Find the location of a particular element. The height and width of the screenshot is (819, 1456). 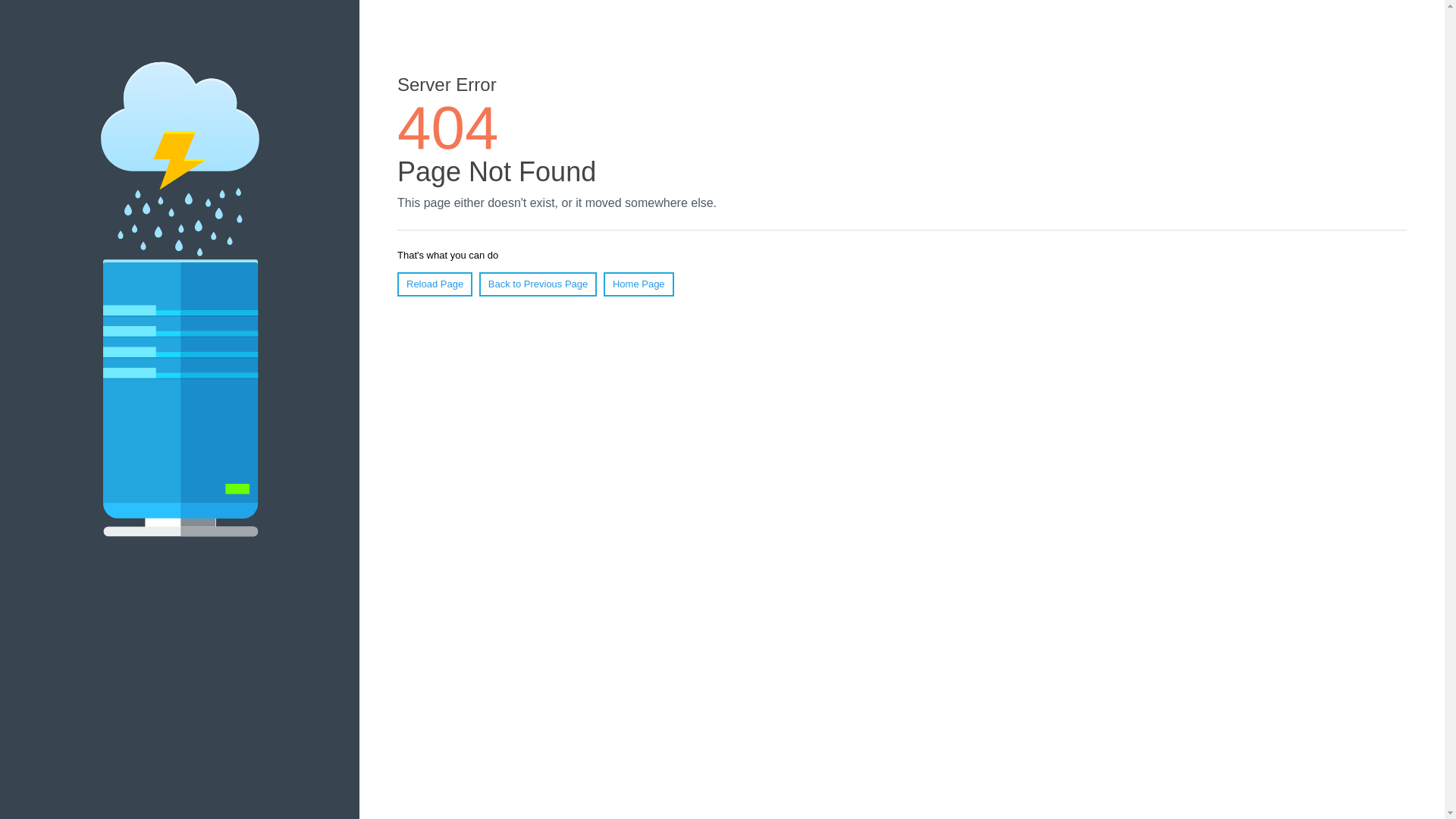

'Back to Previous Page' is located at coordinates (538, 284).